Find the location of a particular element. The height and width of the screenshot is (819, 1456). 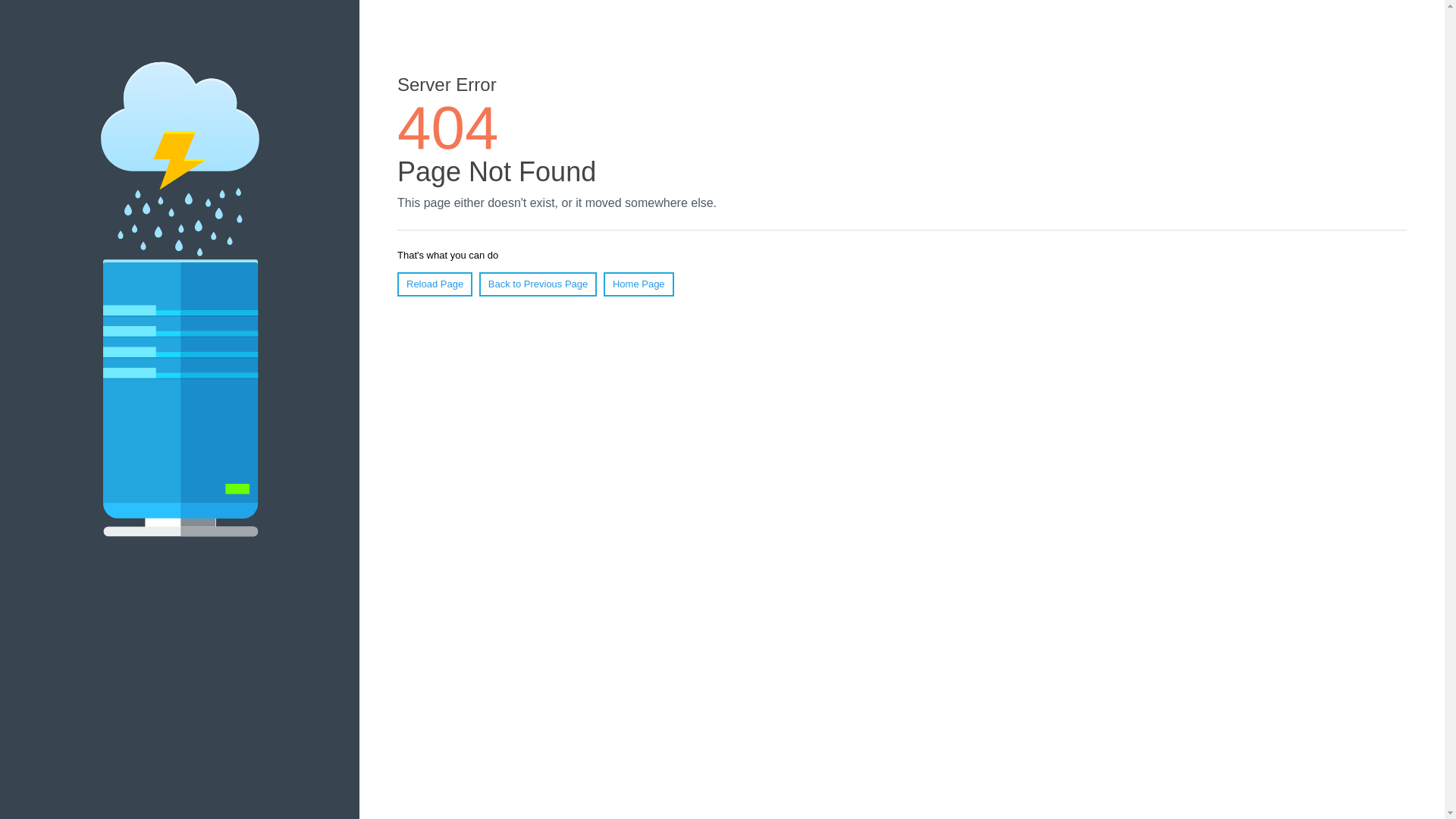

'Back to Previous Page' is located at coordinates (538, 284).